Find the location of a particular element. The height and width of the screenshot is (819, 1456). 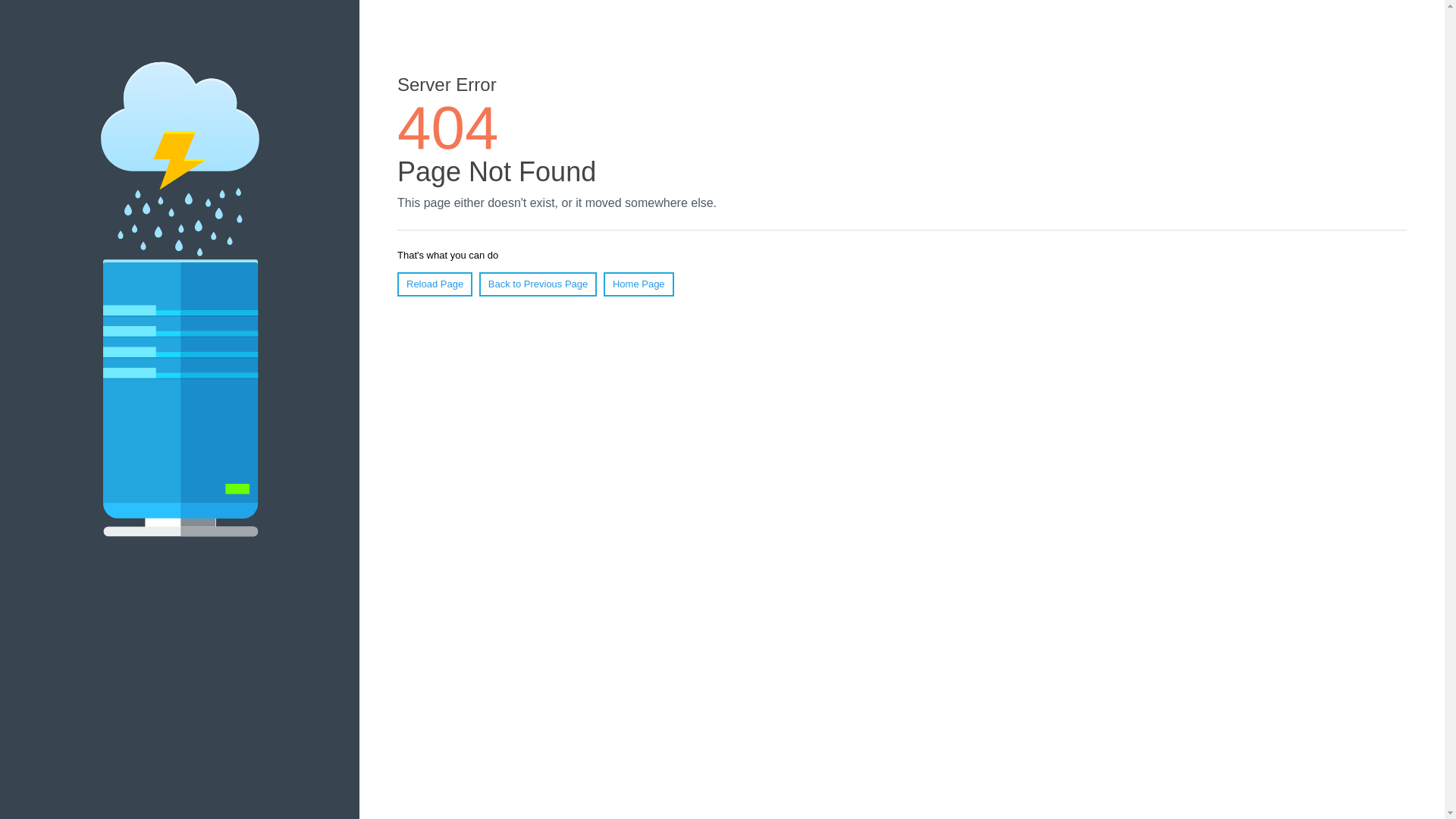

'Back to Previous Page' is located at coordinates (538, 284).